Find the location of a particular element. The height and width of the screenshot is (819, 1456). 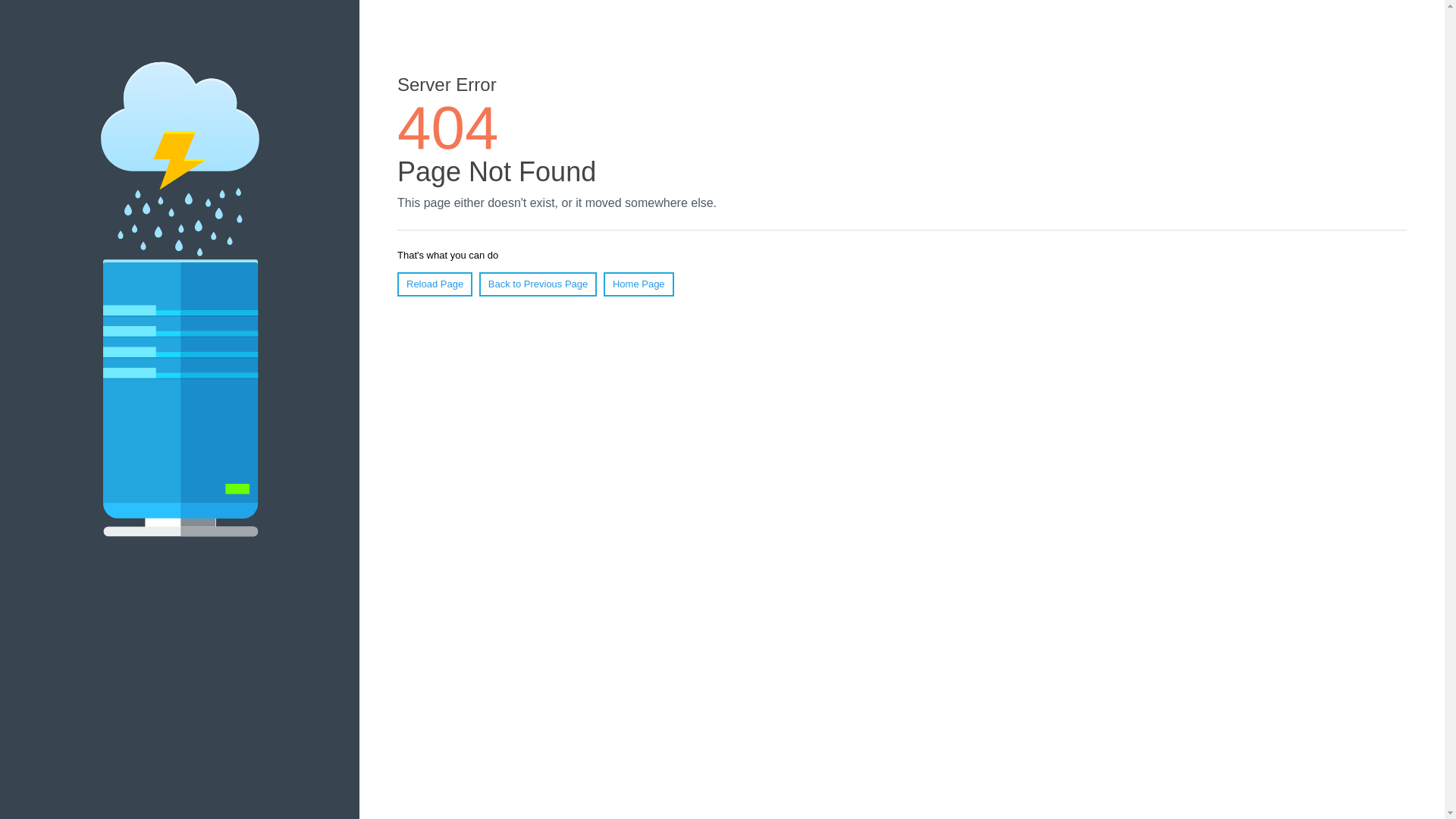

'Back to Previous Page' is located at coordinates (538, 284).